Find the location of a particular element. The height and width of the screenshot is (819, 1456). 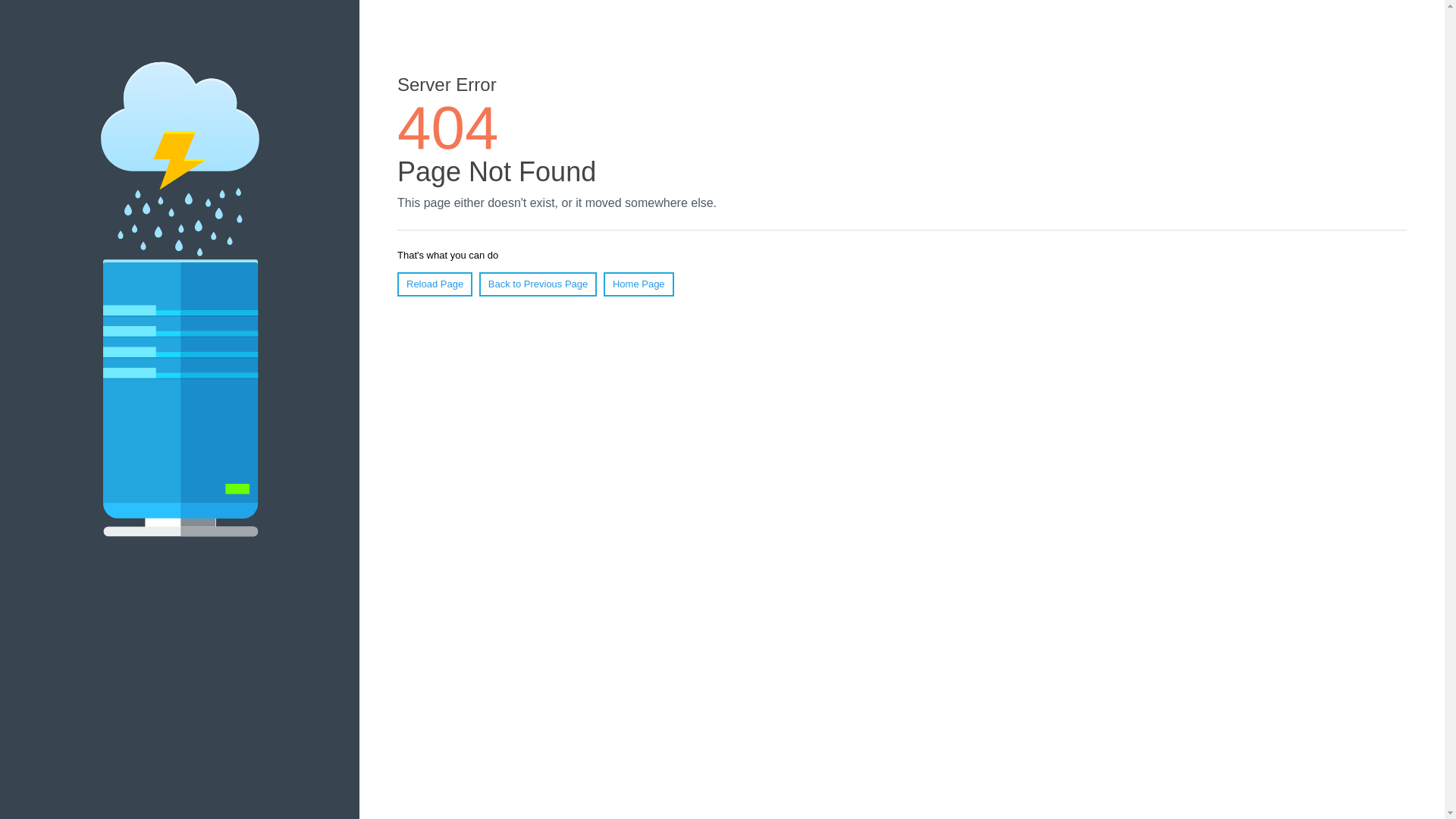

'Back to Previous Page' is located at coordinates (538, 284).